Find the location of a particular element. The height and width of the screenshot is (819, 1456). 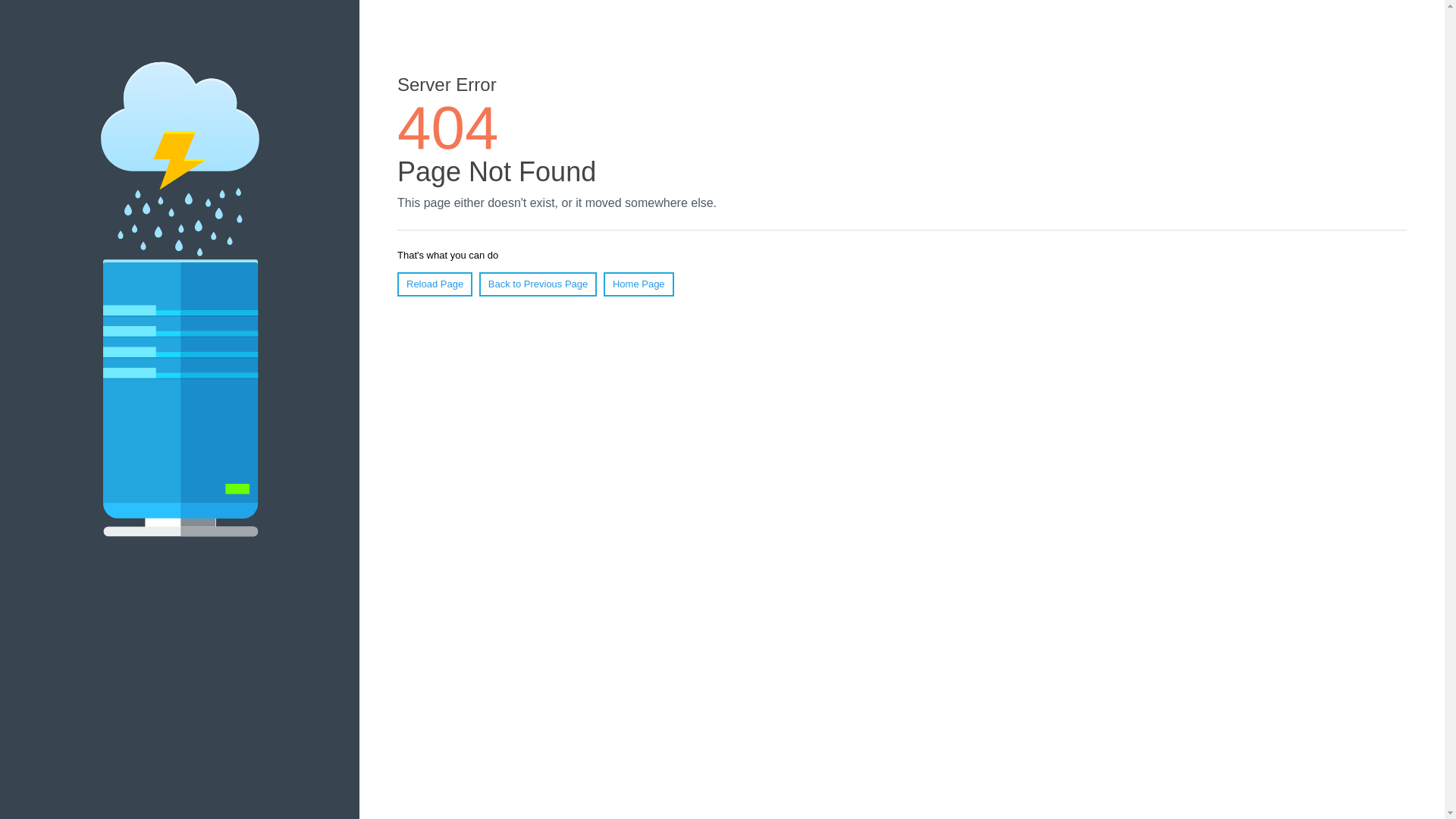

'Back to Previous Page' is located at coordinates (538, 284).